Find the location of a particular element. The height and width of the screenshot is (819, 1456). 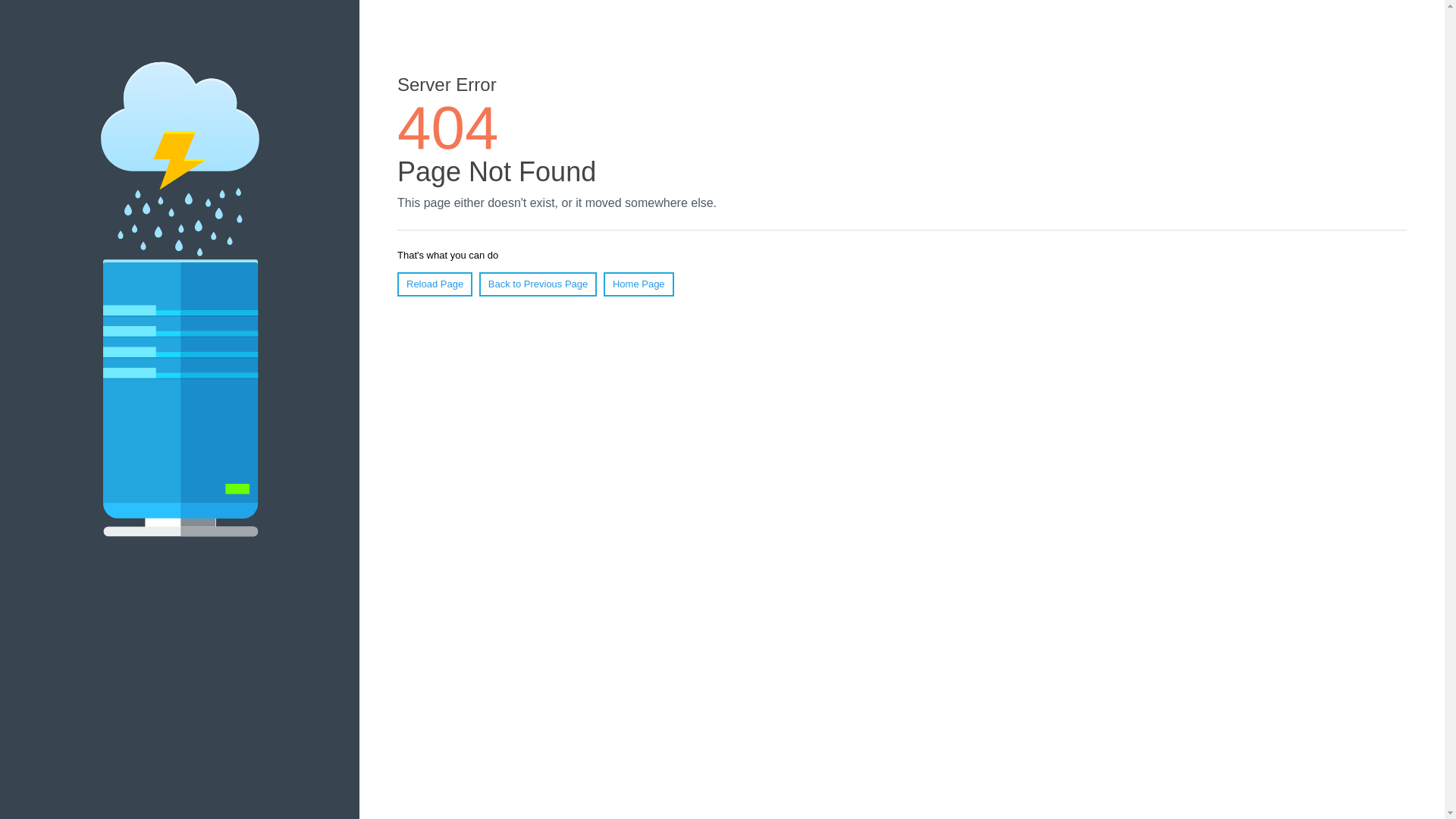

'Back to Previous Page' is located at coordinates (538, 284).